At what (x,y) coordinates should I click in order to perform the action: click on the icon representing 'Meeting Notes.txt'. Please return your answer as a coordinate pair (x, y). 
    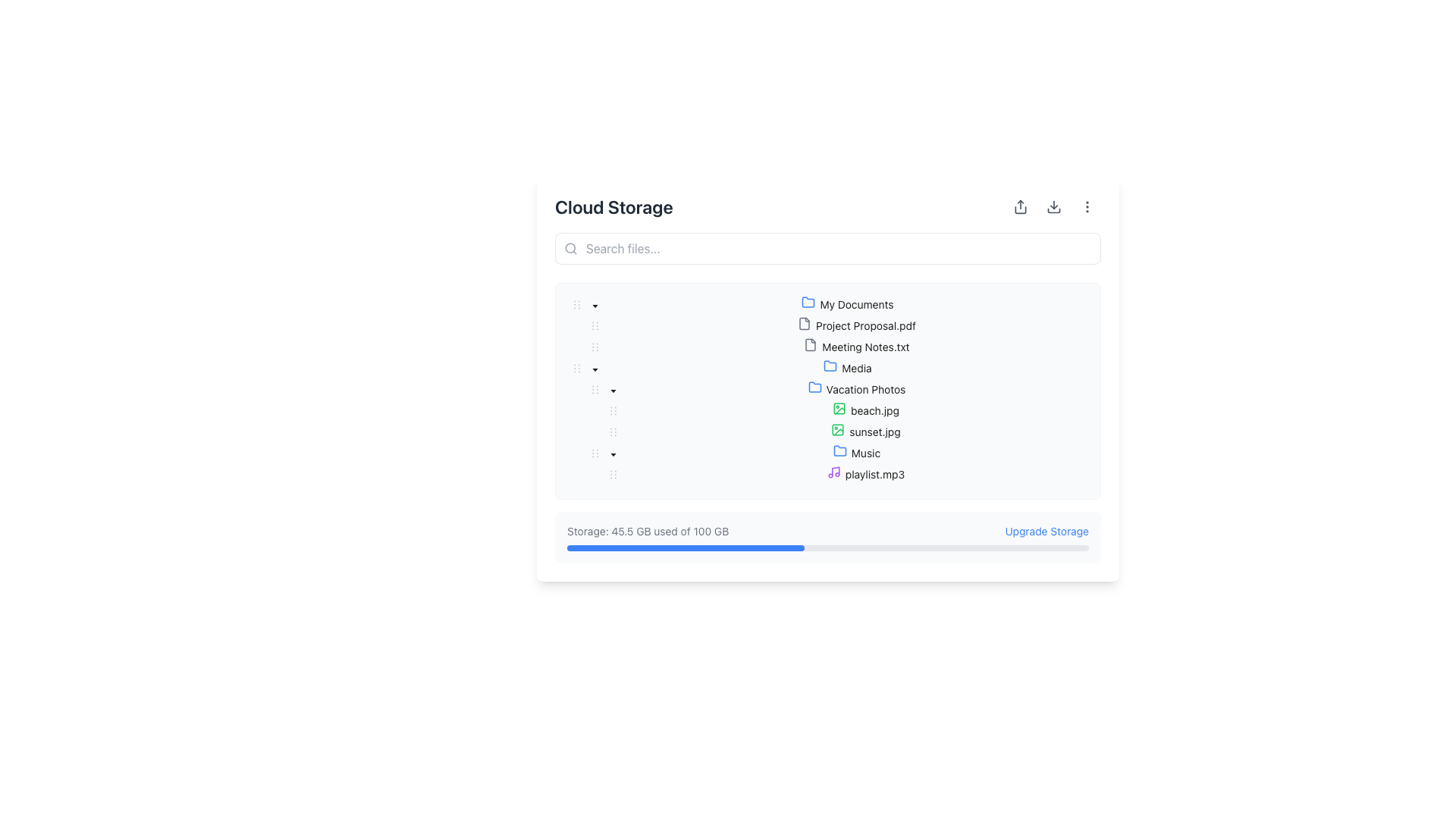
    Looking at the image, I should click on (810, 345).